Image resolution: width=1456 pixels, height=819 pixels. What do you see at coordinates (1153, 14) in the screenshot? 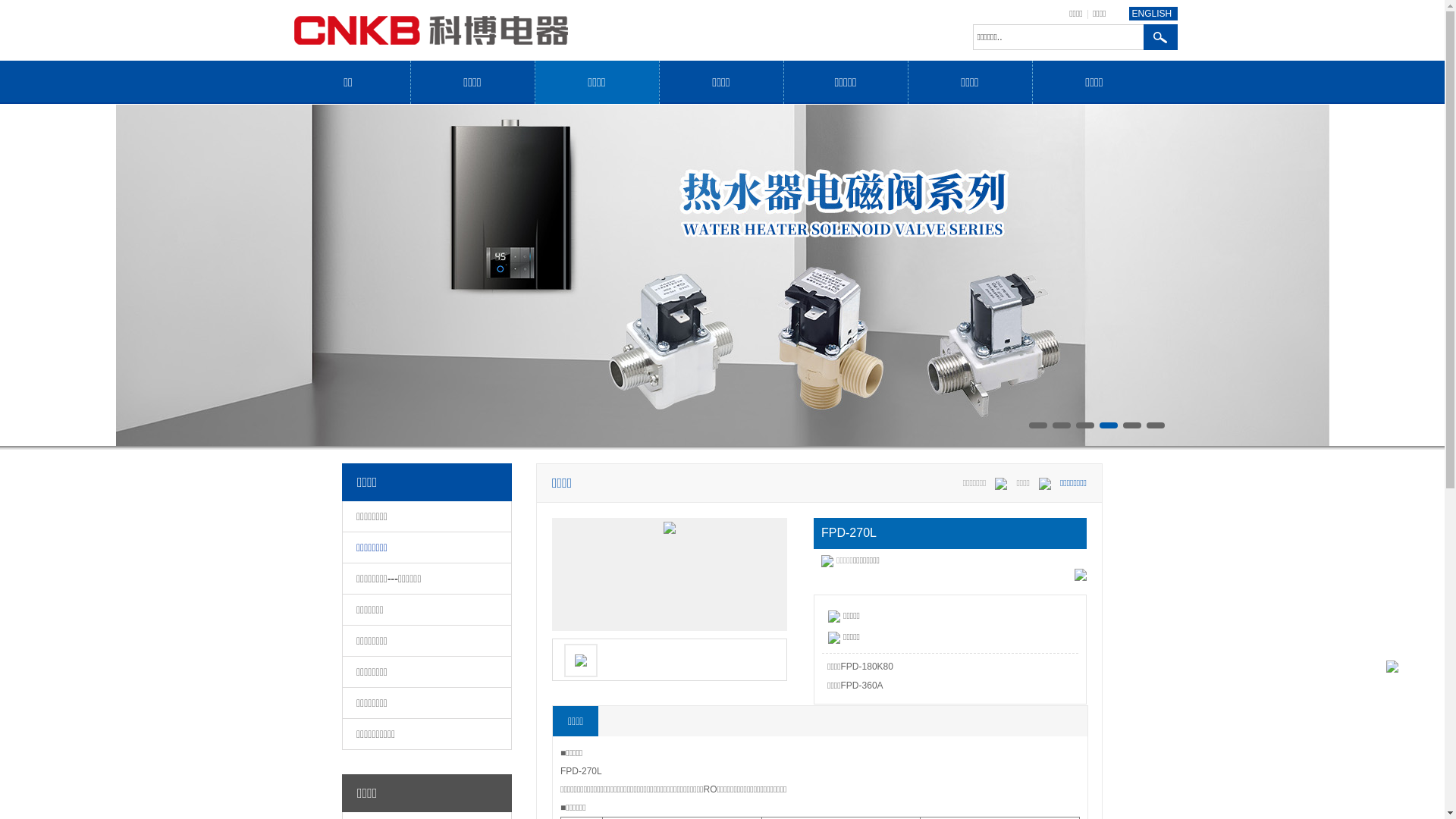
I see `'ENGLISH'` at bounding box center [1153, 14].